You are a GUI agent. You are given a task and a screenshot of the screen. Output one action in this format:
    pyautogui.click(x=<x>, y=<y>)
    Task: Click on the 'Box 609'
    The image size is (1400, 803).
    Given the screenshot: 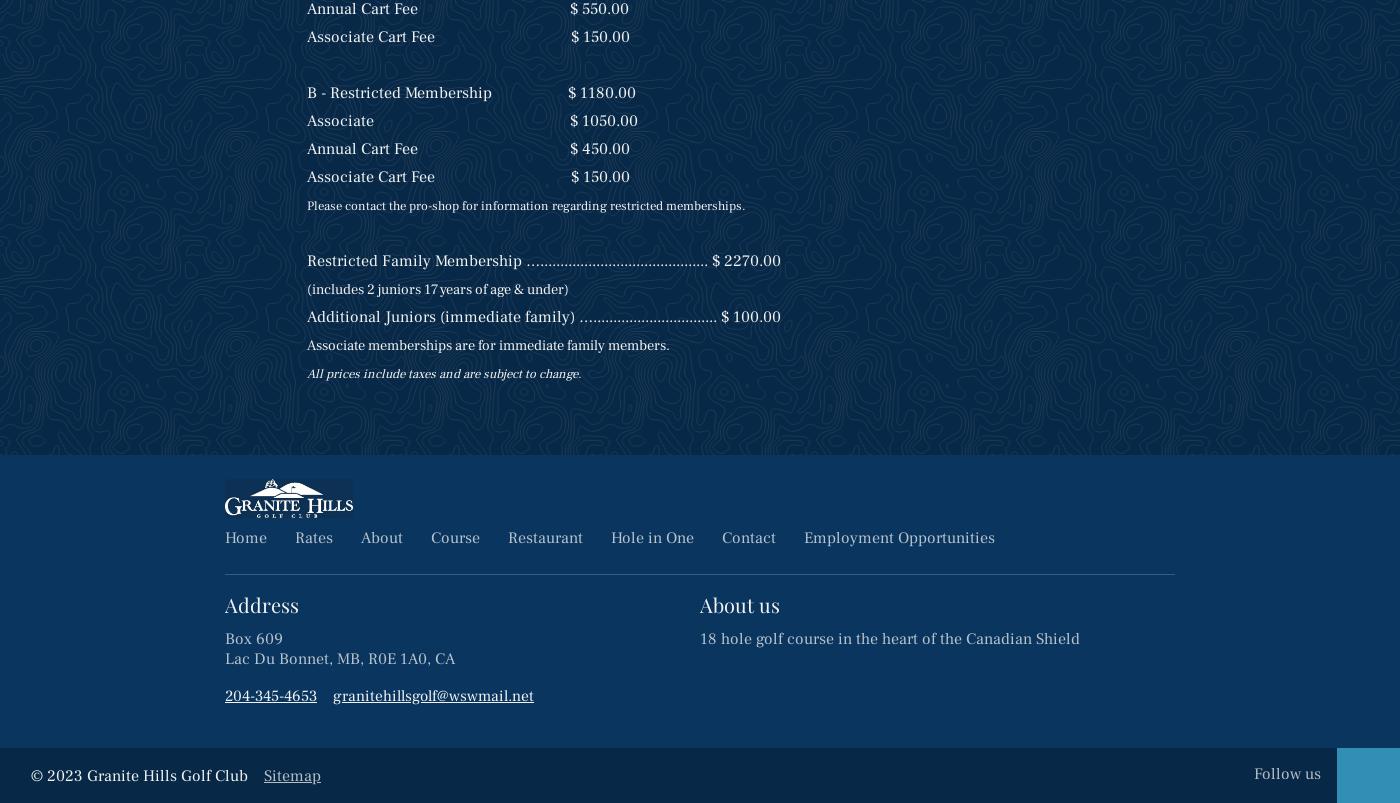 What is the action you would take?
    pyautogui.click(x=253, y=637)
    